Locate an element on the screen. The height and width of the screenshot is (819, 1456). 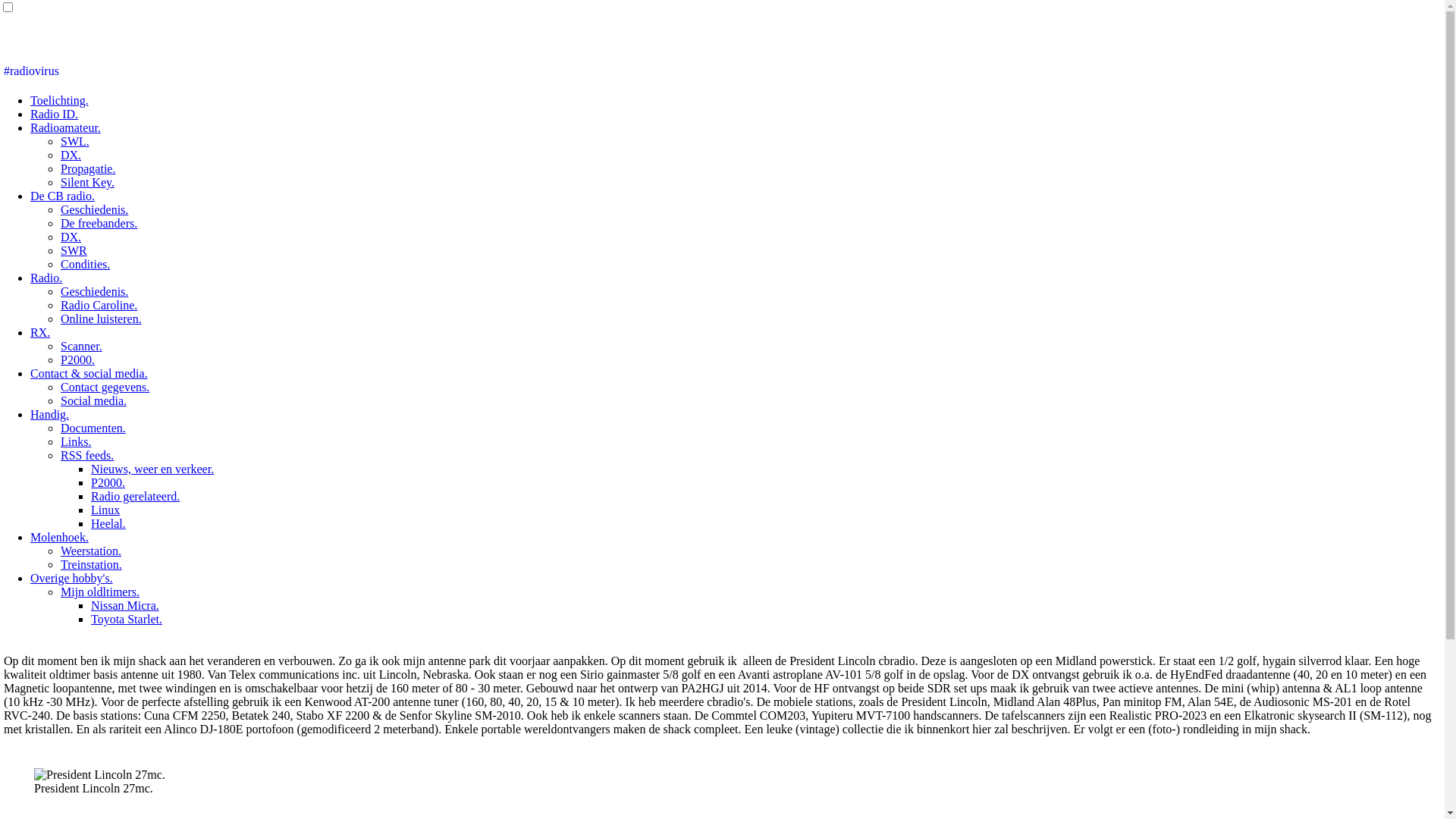
'Treinstation.' is located at coordinates (61, 564).